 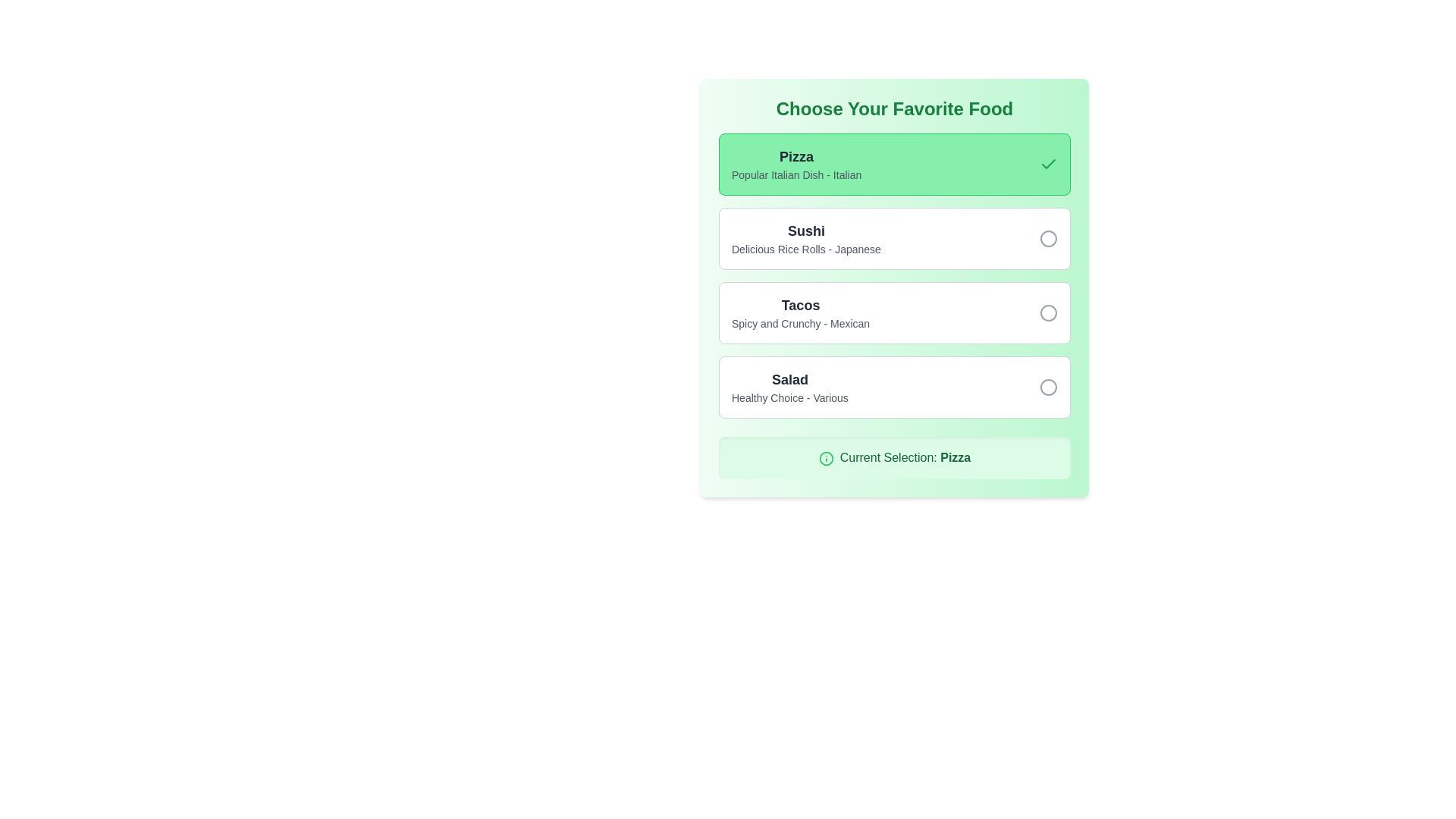 I want to click on the circular radio button located on the far right side of the 'Tacos' option, so click(x=1047, y=312).